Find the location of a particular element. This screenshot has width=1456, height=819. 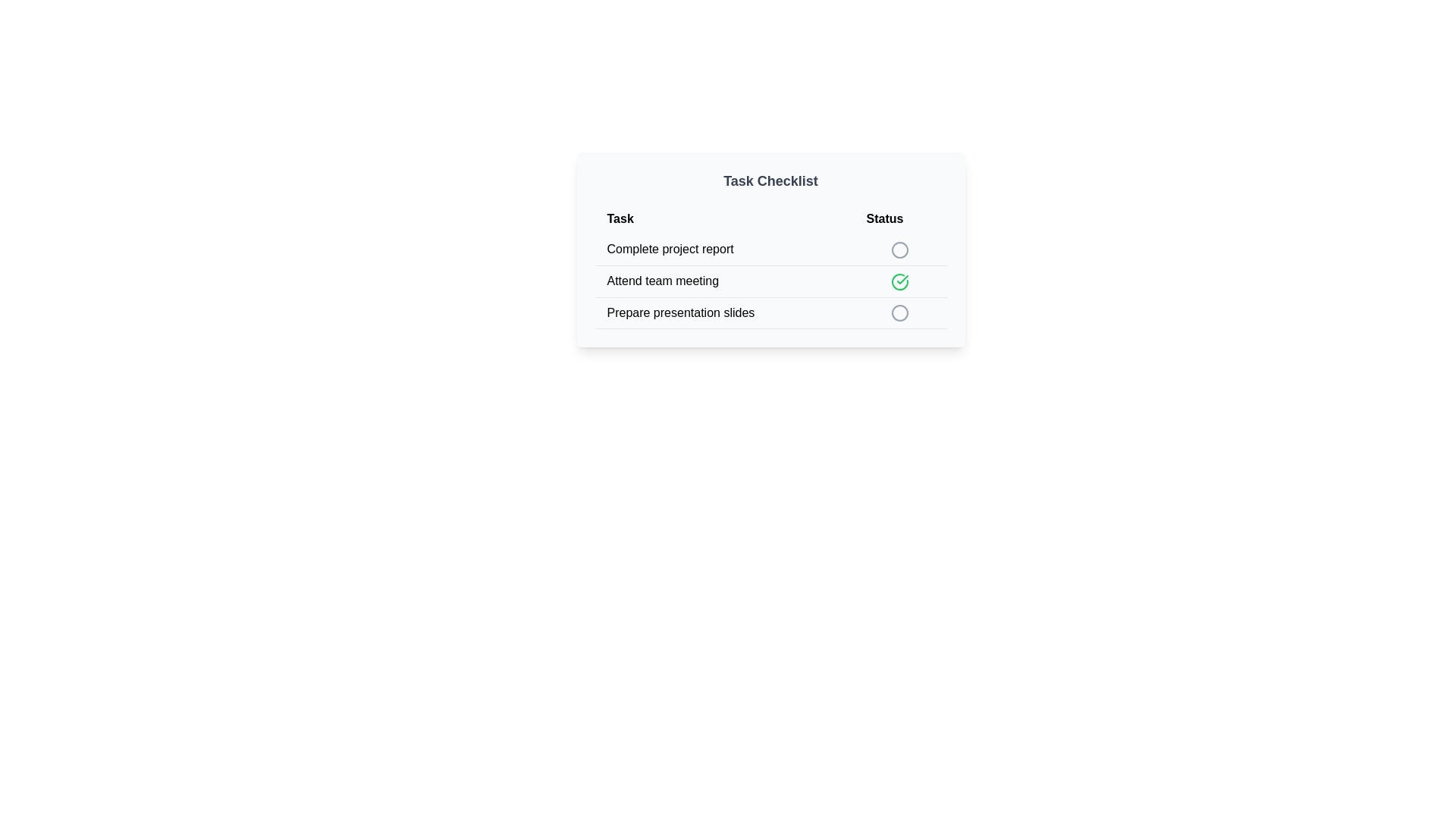

the circular status indicator in the 'Status' column for the 'Complete project report' task is located at coordinates (900, 249).